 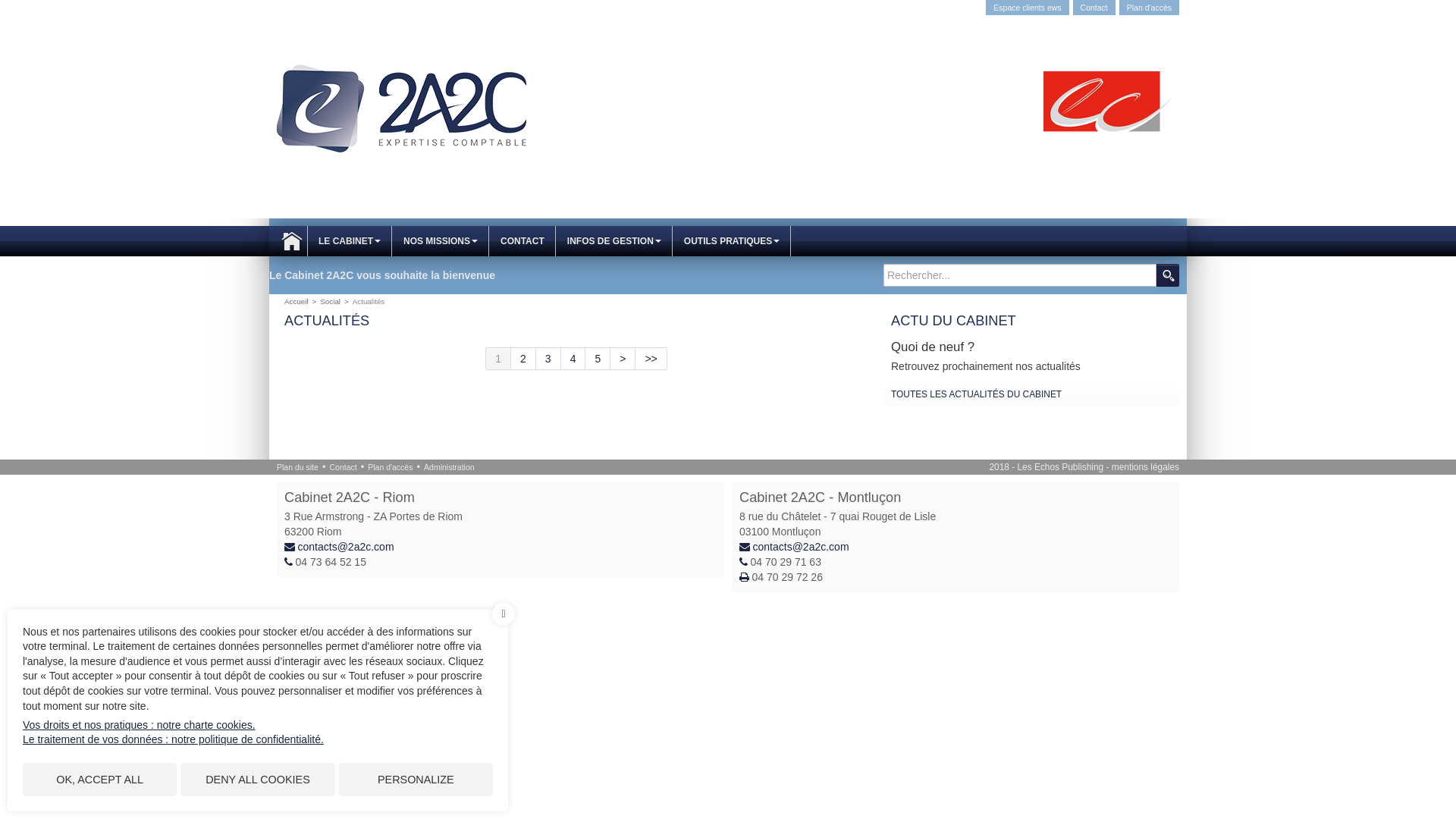 I want to click on 'OUTILS PRATIQUES', so click(x=731, y=240).